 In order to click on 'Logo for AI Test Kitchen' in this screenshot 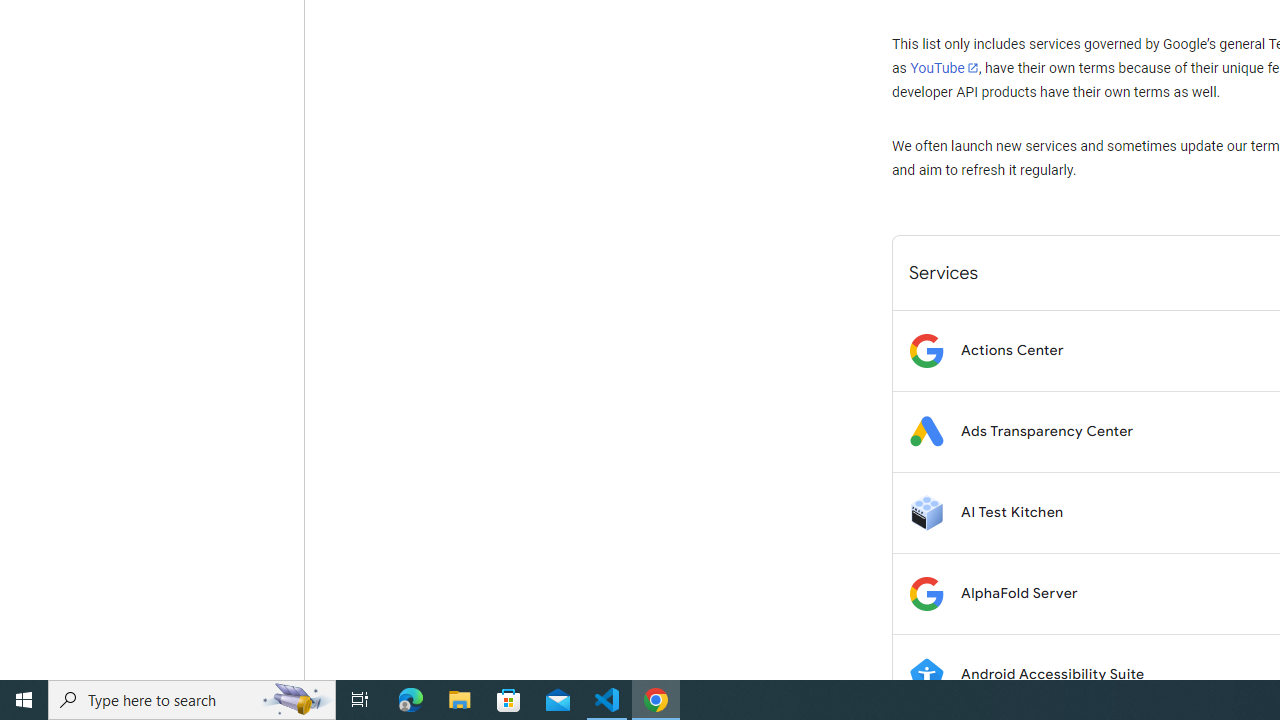, I will do `click(925, 511)`.